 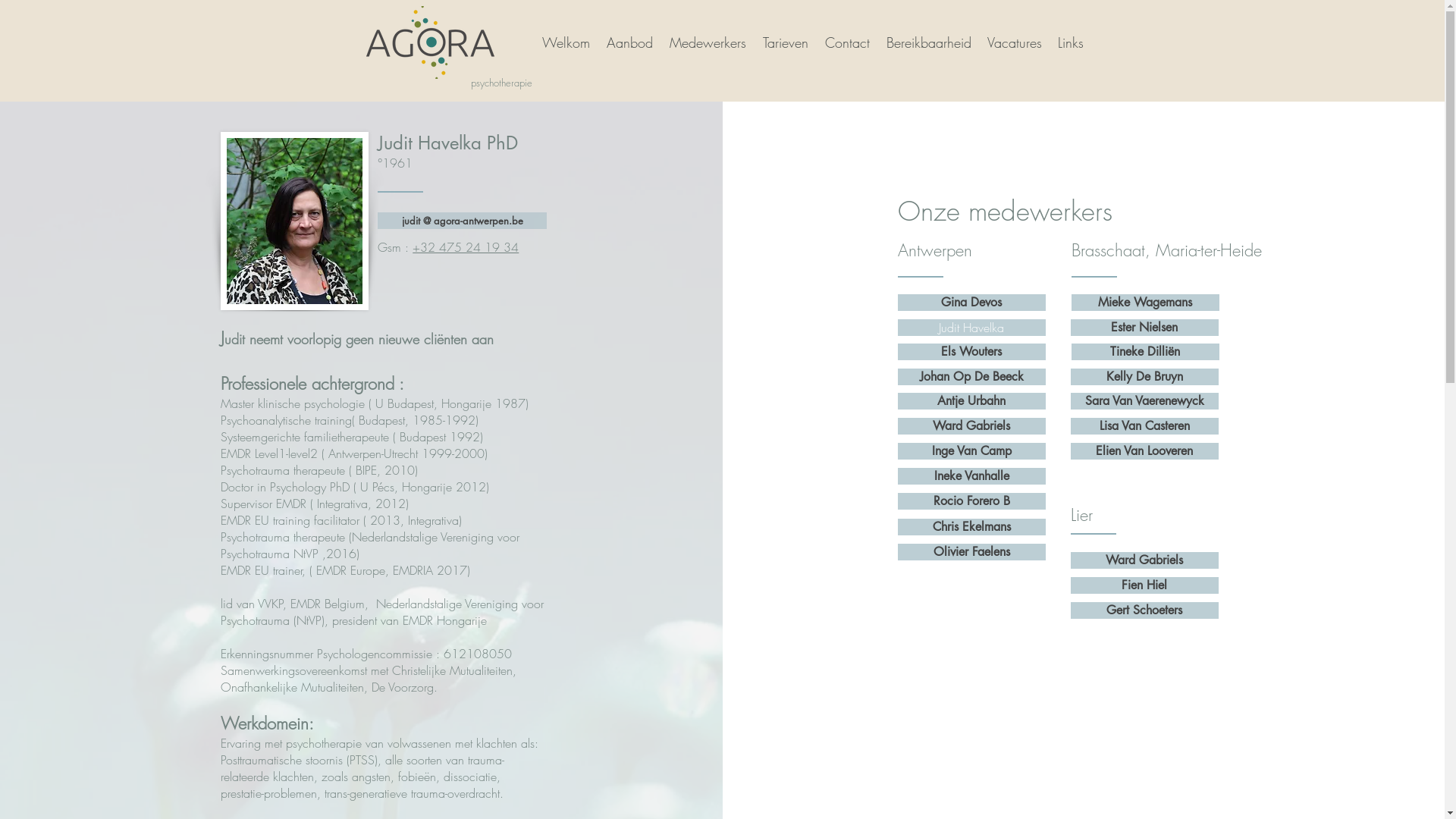 What do you see at coordinates (1144, 426) in the screenshot?
I see `'Lisa Van Casteren'` at bounding box center [1144, 426].